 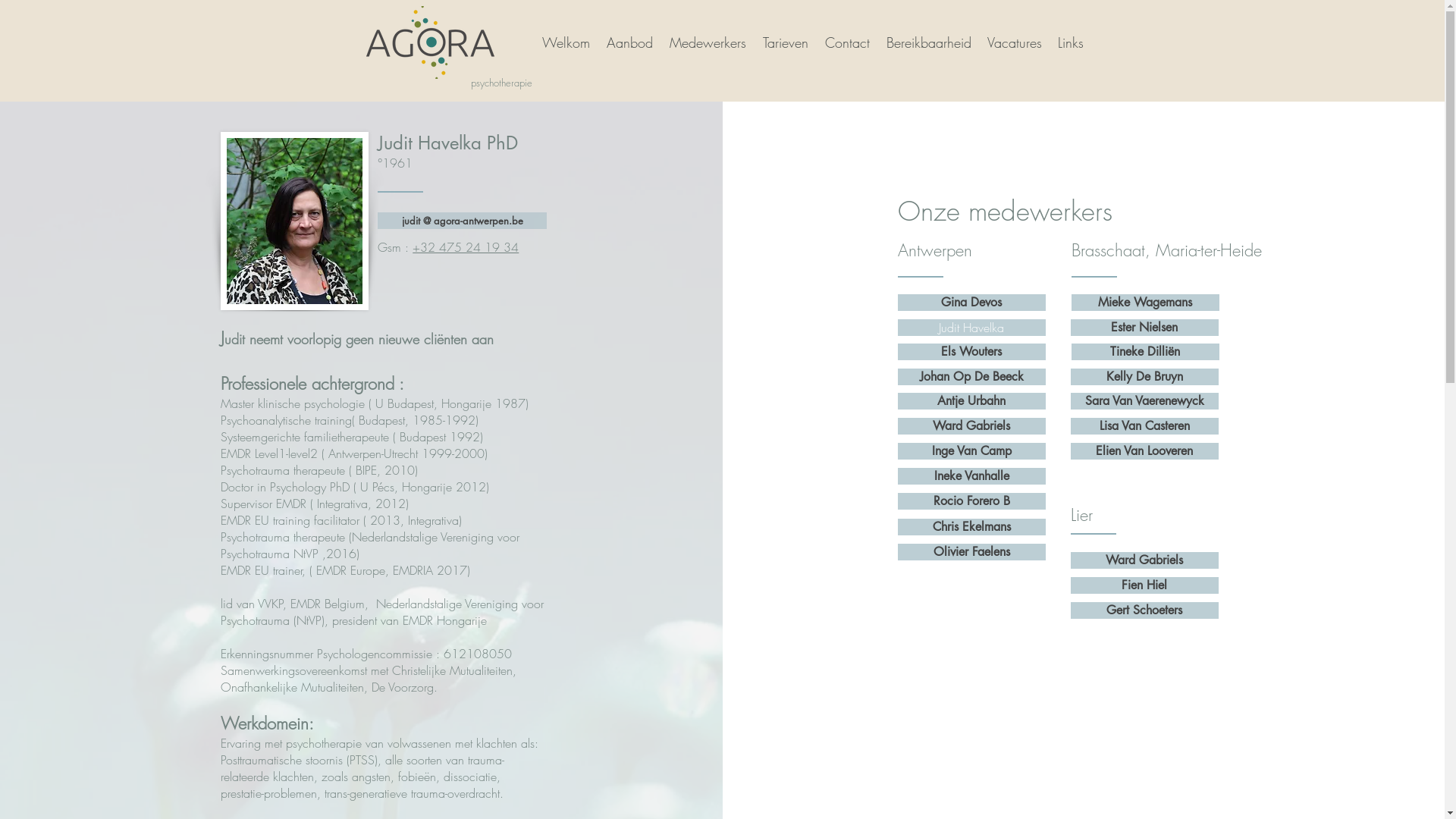 What do you see at coordinates (1144, 426) in the screenshot?
I see `'Lisa Van Casteren'` at bounding box center [1144, 426].